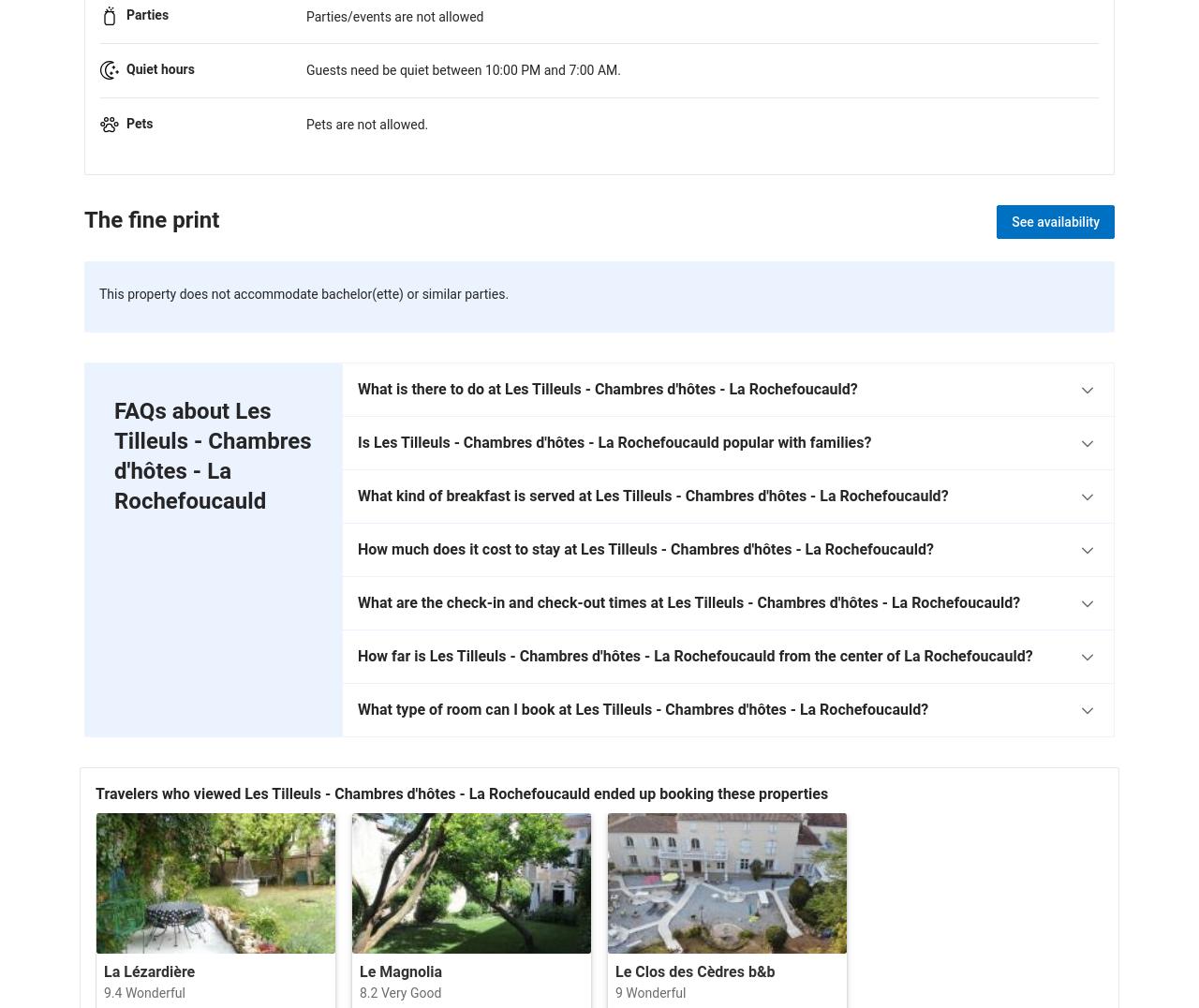 The width and height of the screenshot is (1199, 1008). I want to click on 'Travelers who viewed Les Tilleuls - Chambres d'hôtes - La Rochefoucauld ended up booking these properties', so click(462, 792).